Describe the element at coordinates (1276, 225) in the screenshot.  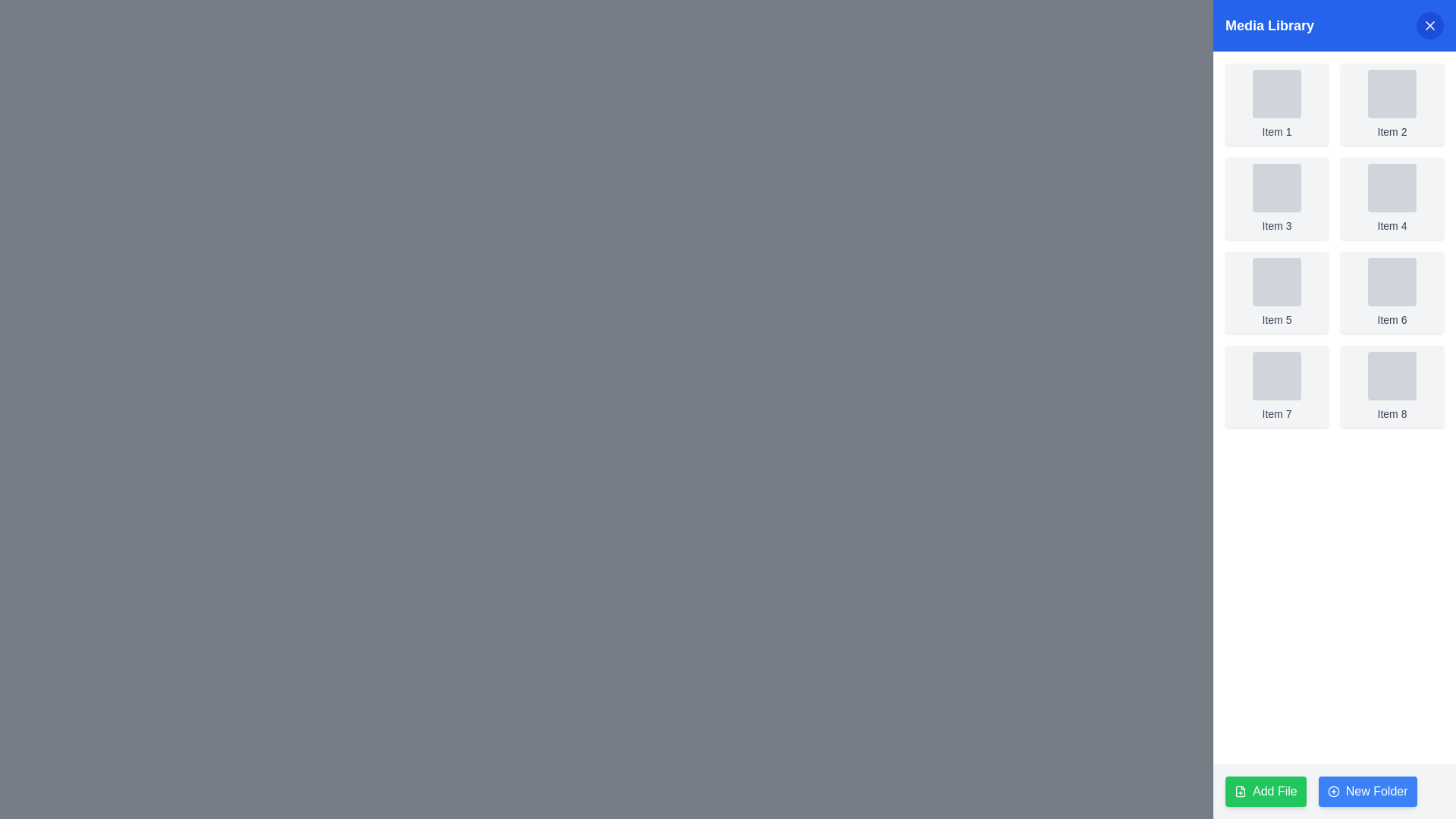
I see `the text label displaying 'Item 3', which is styled with a small-sized gray font and positioned below an image placeholder within a card in the top-right area of a grid layout` at that location.